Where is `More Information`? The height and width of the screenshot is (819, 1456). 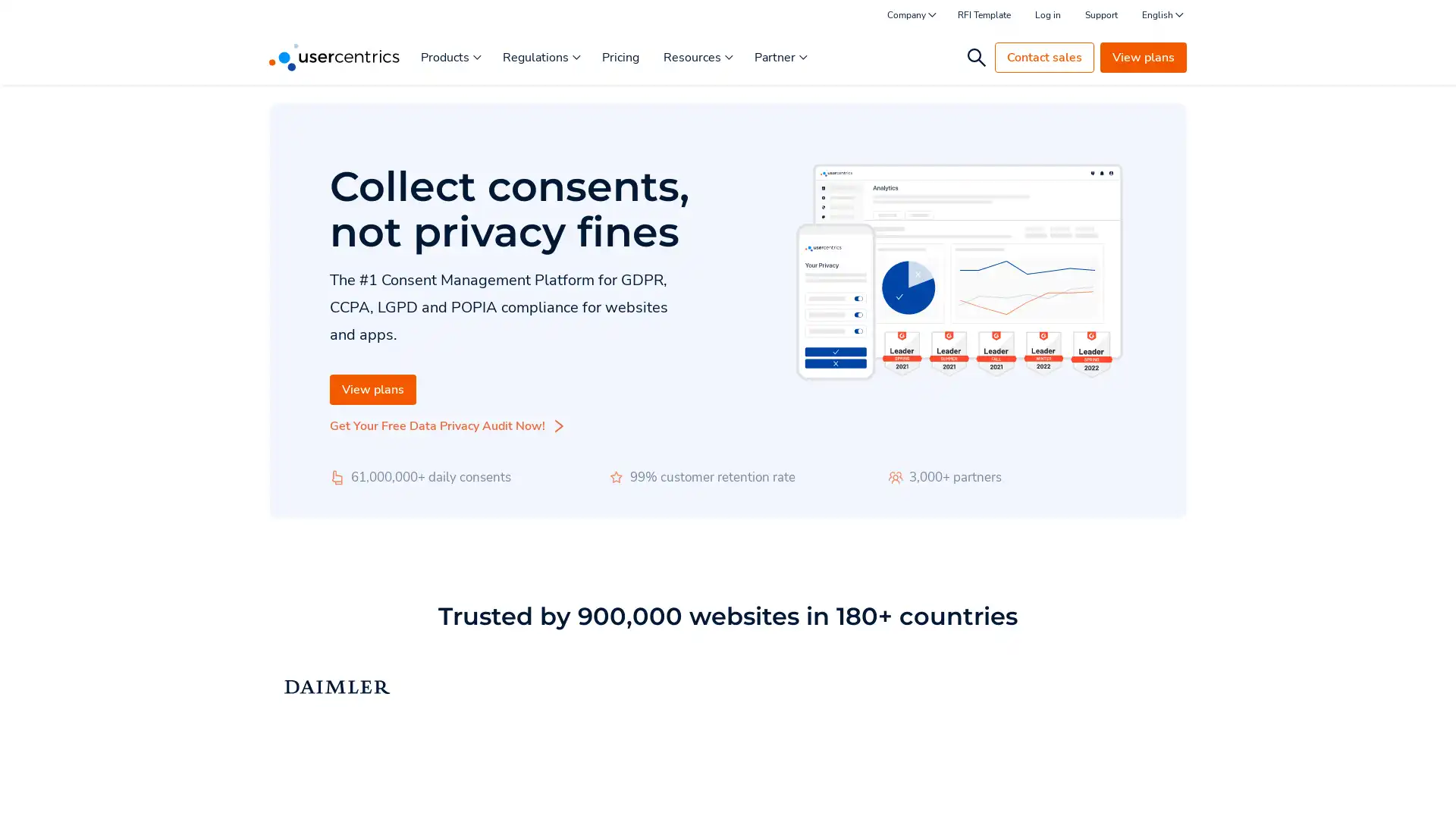
More Information is located at coordinates (192, 773).